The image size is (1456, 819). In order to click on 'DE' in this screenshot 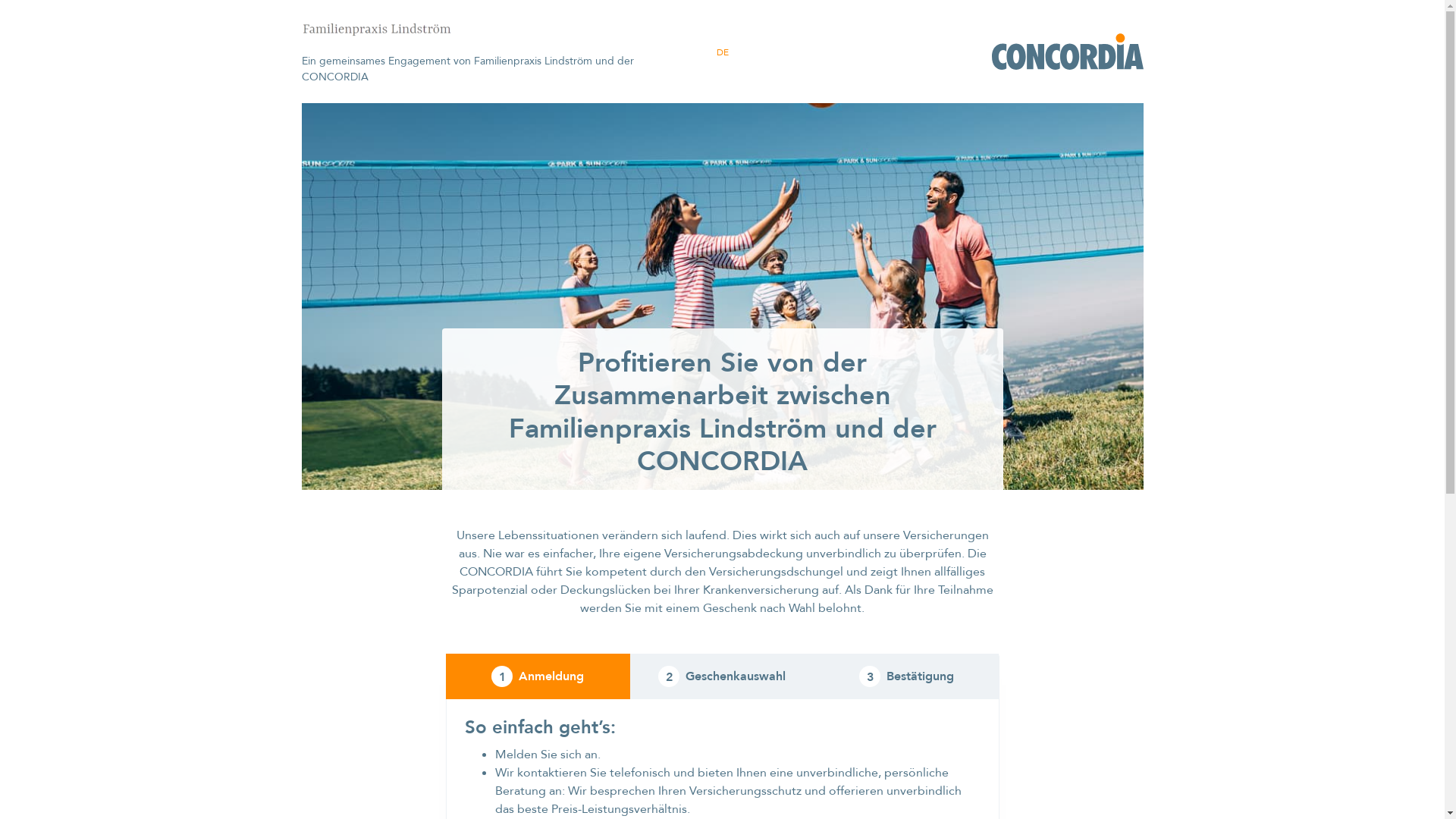, I will do `click(720, 52)`.